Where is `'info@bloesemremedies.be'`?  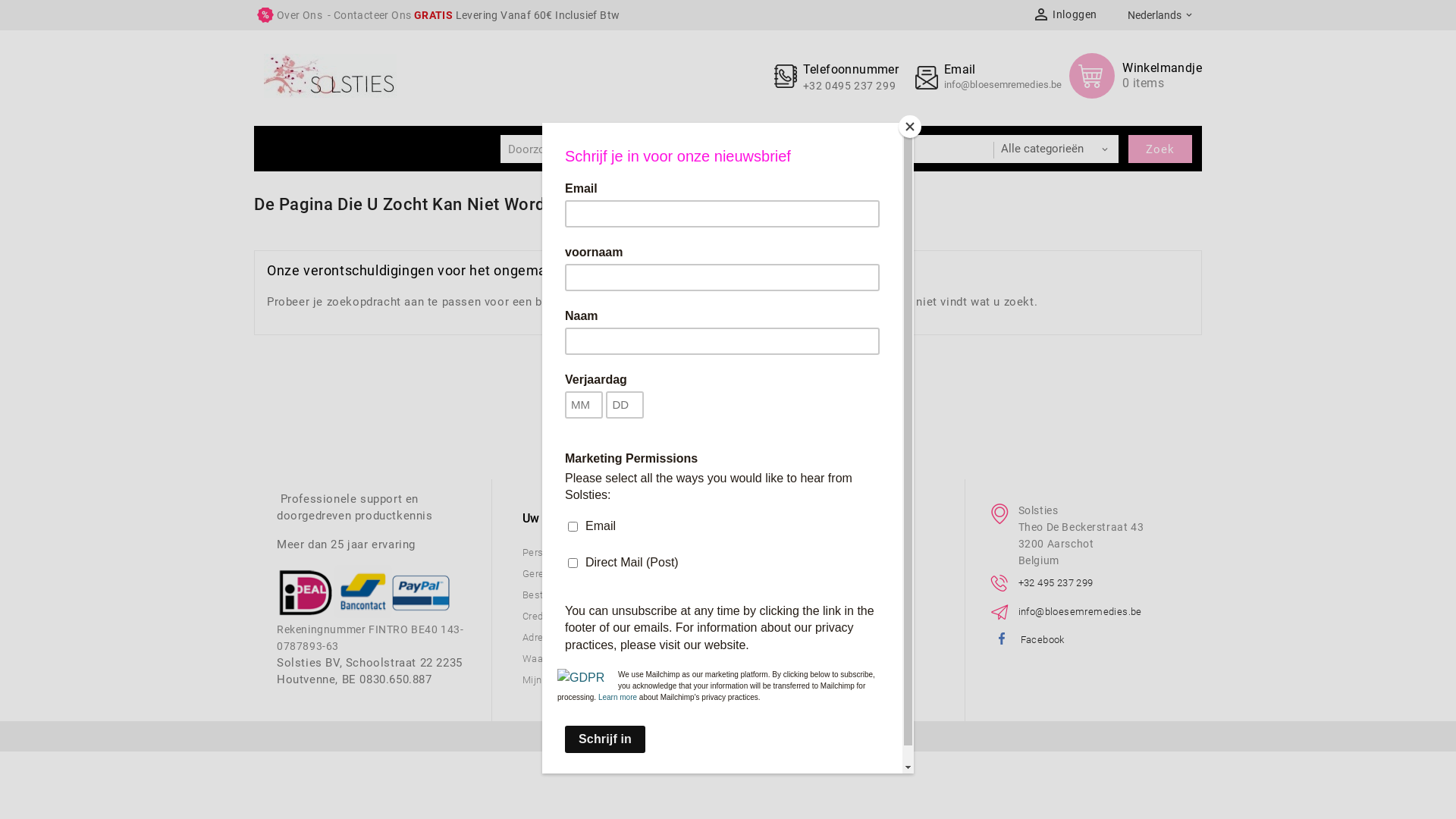 'info@bloesemremedies.be' is located at coordinates (1003, 84).